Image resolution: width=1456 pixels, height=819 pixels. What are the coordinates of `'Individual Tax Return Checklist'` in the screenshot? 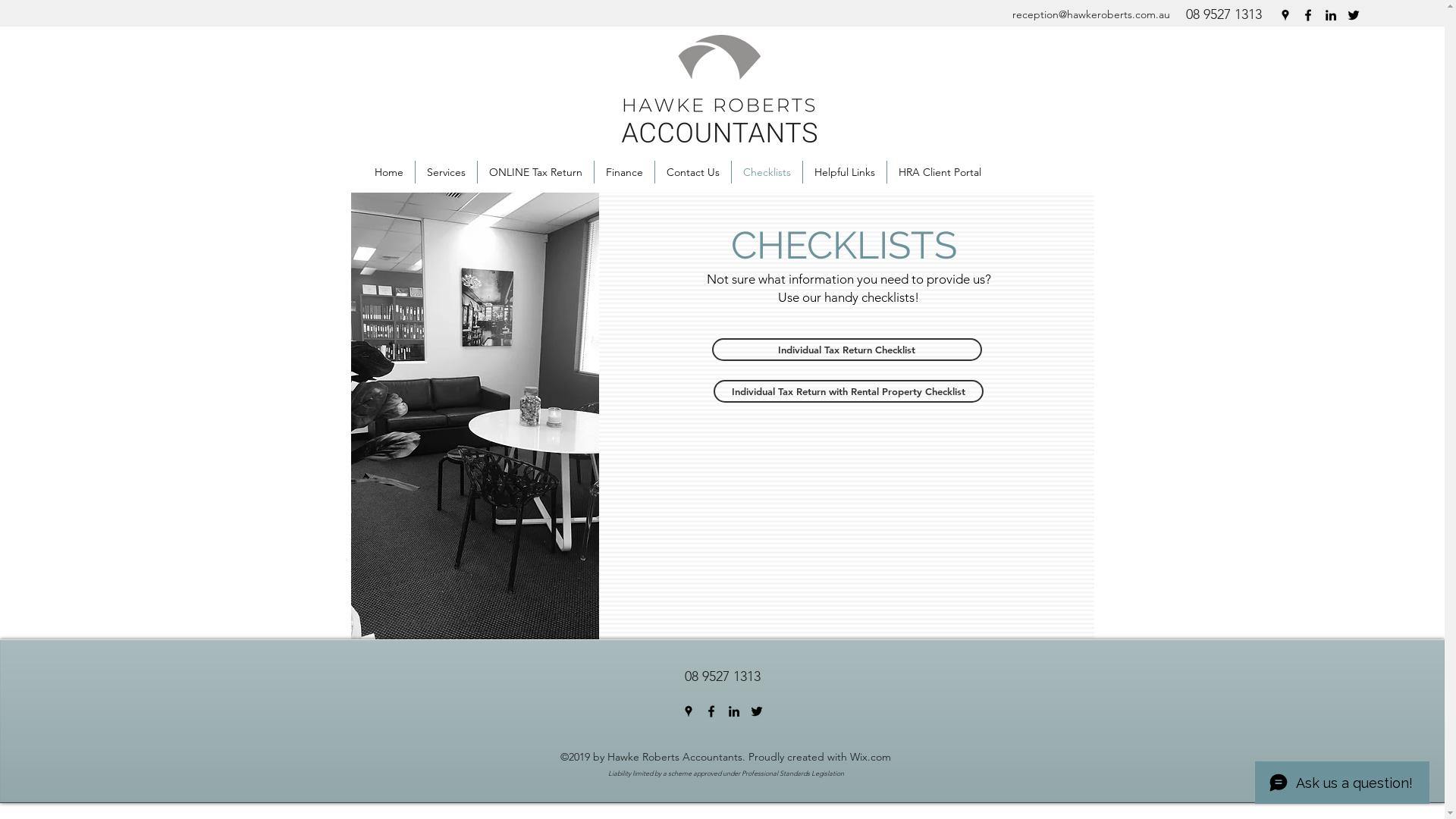 It's located at (846, 350).